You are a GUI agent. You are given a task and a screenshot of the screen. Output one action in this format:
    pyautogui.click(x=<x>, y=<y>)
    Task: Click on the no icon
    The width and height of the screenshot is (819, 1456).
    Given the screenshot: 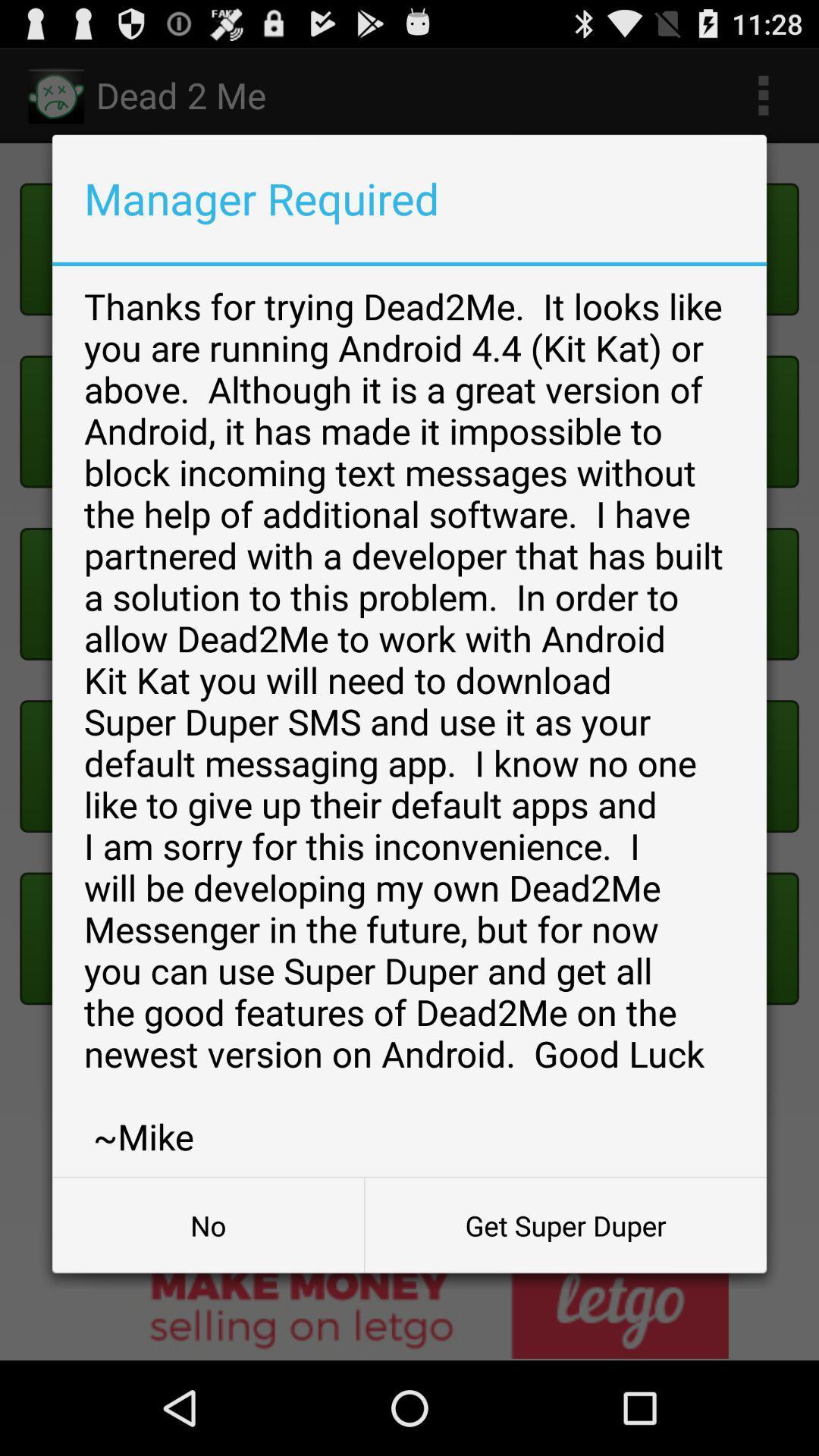 What is the action you would take?
    pyautogui.click(x=208, y=1225)
    